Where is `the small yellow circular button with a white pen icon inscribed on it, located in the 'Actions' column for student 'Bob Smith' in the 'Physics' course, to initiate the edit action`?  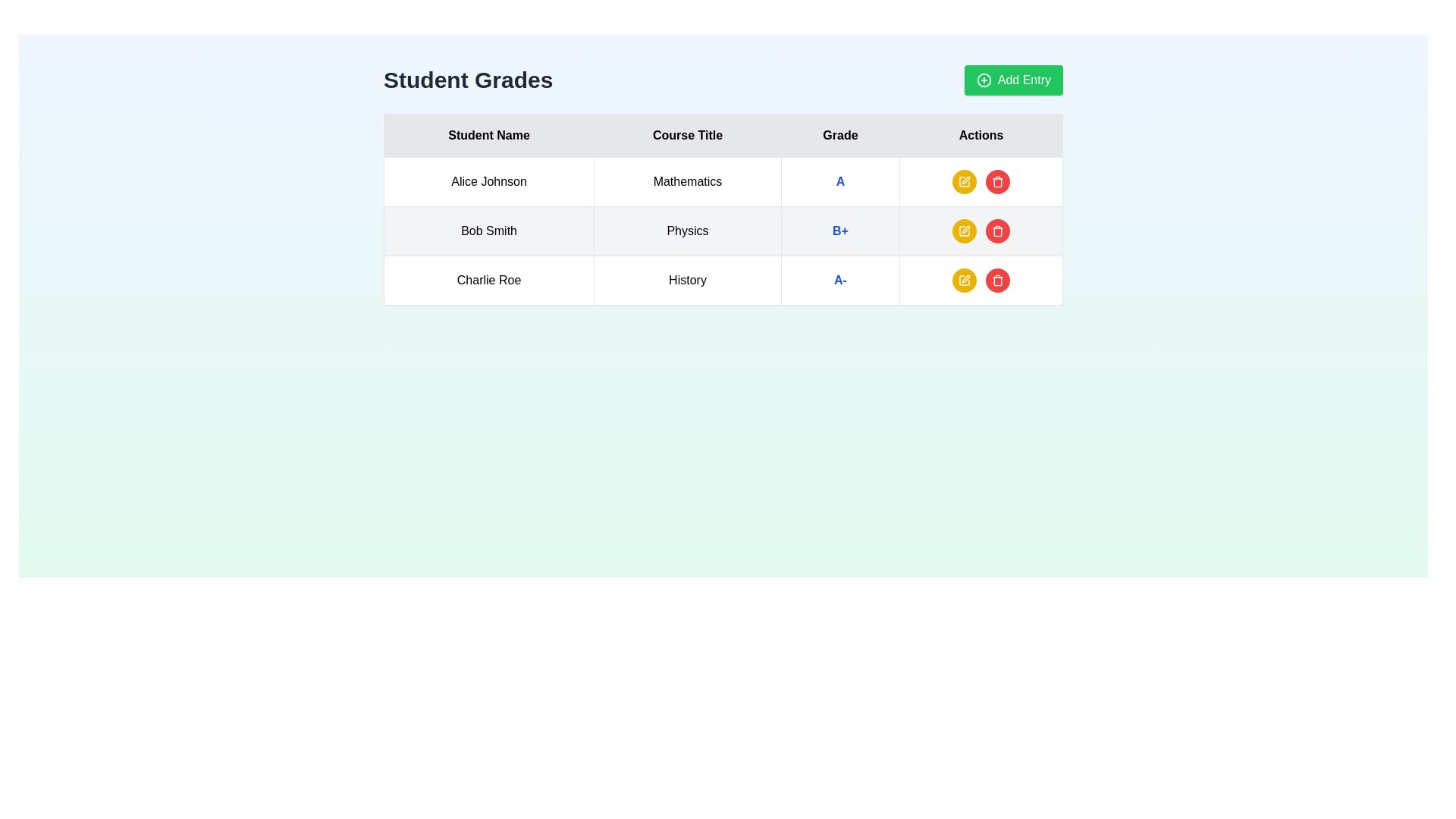 the small yellow circular button with a white pen icon inscribed on it, located in the 'Actions' column for student 'Bob Smith' in the 'Physics' course, to initiate the edit action is located at coordinates (964, 231).